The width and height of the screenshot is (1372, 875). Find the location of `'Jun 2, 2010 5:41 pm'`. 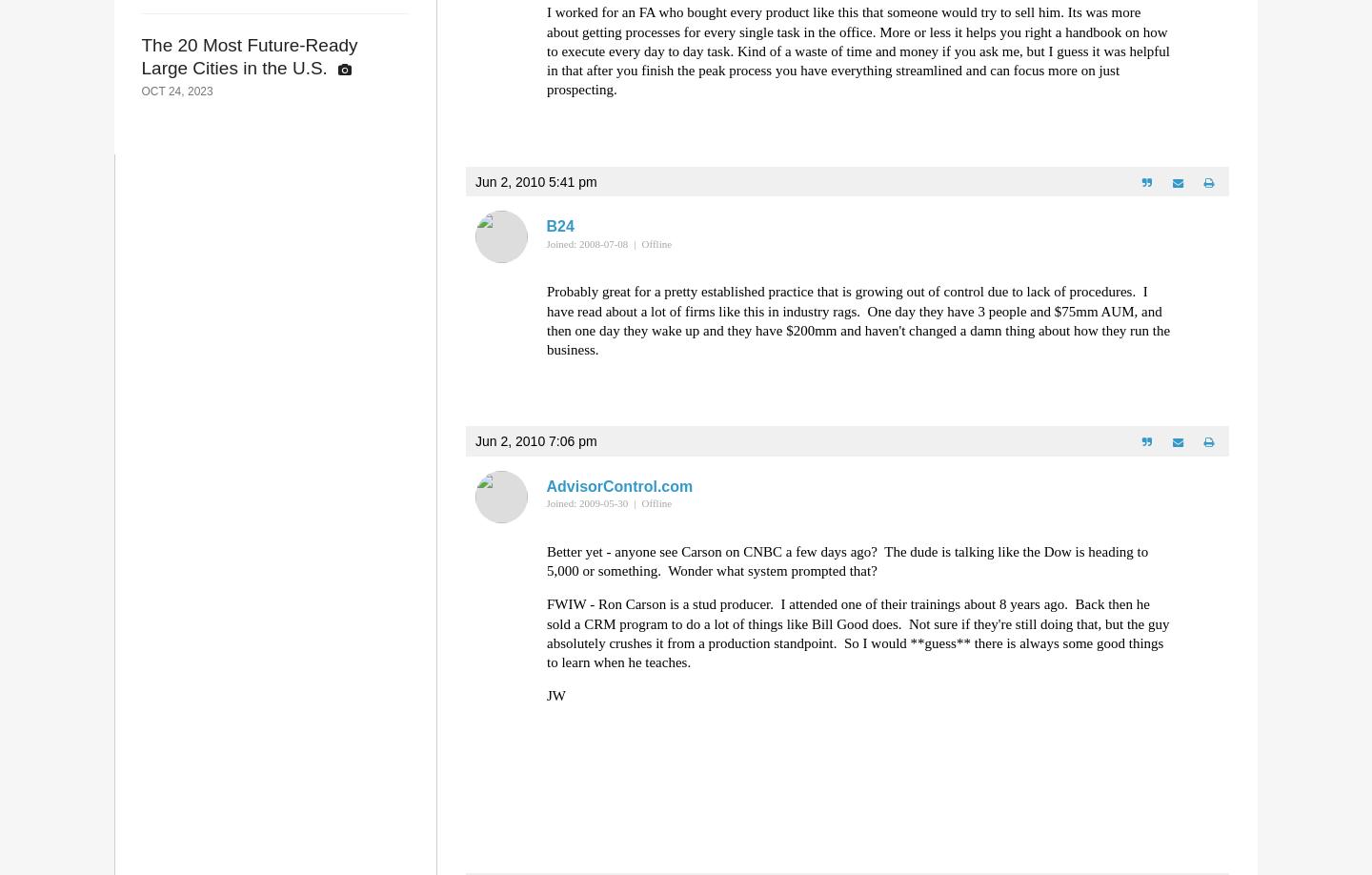

'Jun 2, 2010 5:41 pm' is located at coordinates (474, 181).